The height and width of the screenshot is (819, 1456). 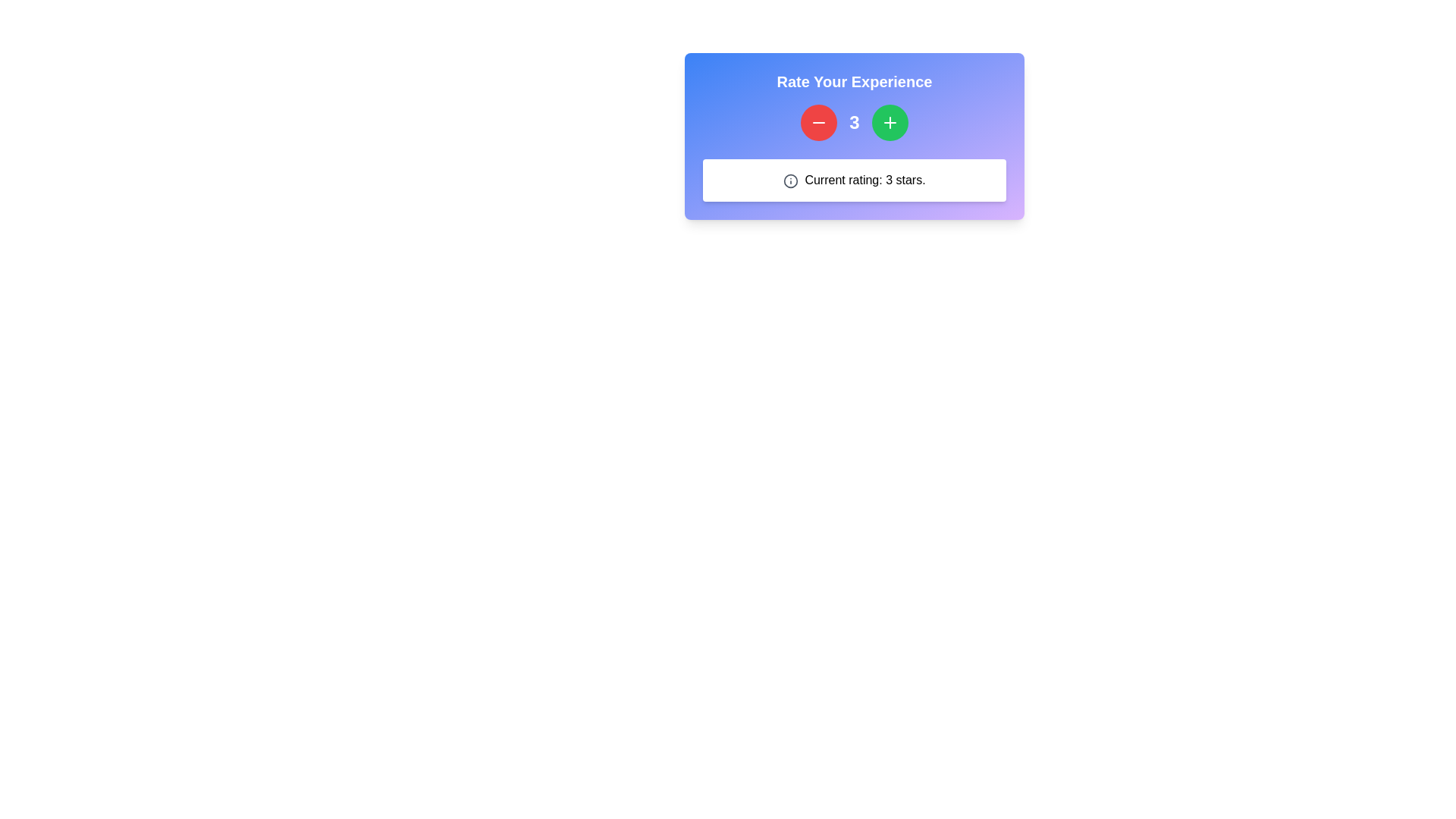 I want to click on the circular red button with a minus symbol, so click(x=818, y=122).